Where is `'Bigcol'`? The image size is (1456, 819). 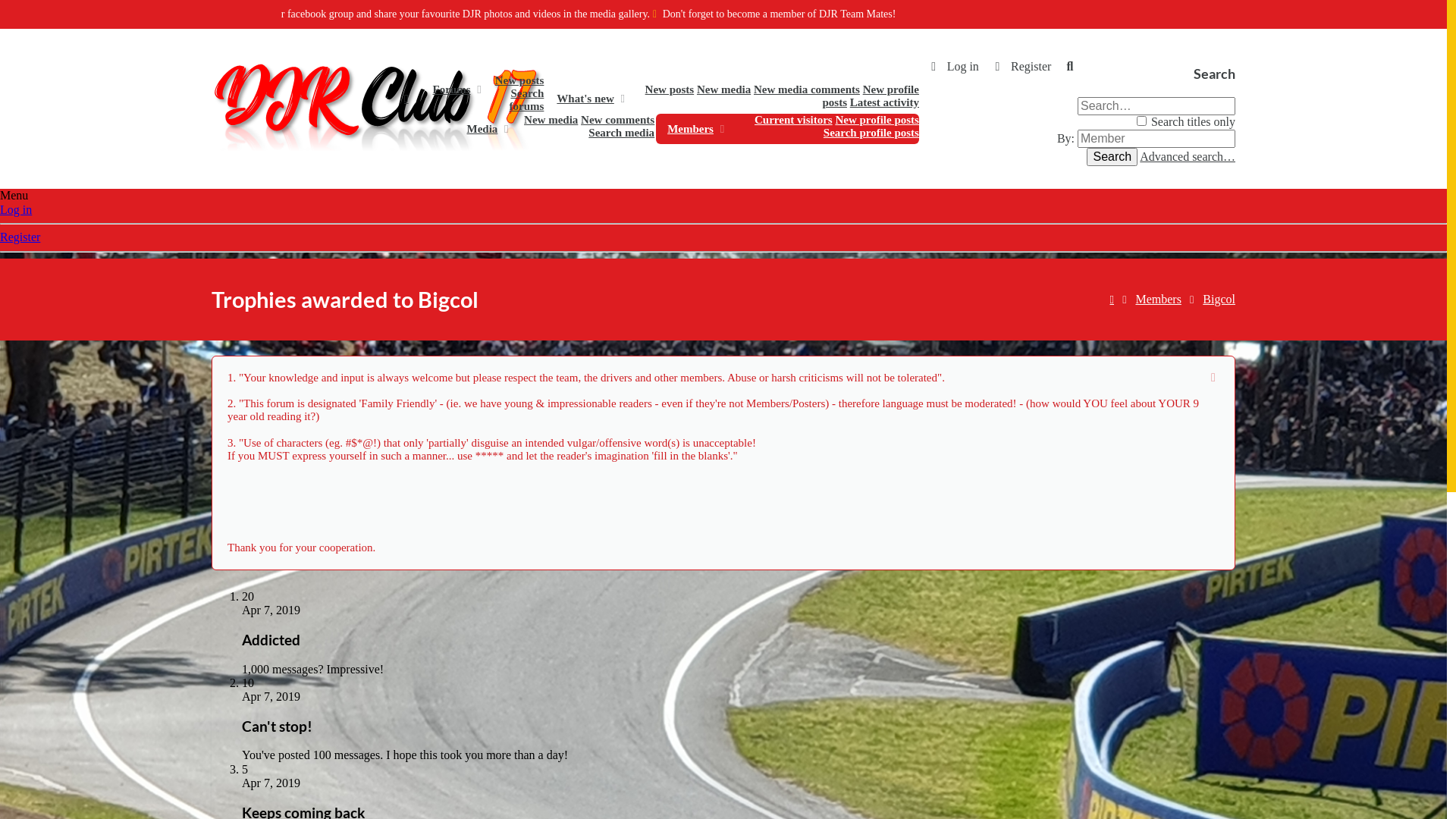 'Bigcol' is located at coordinates (1219, 299).